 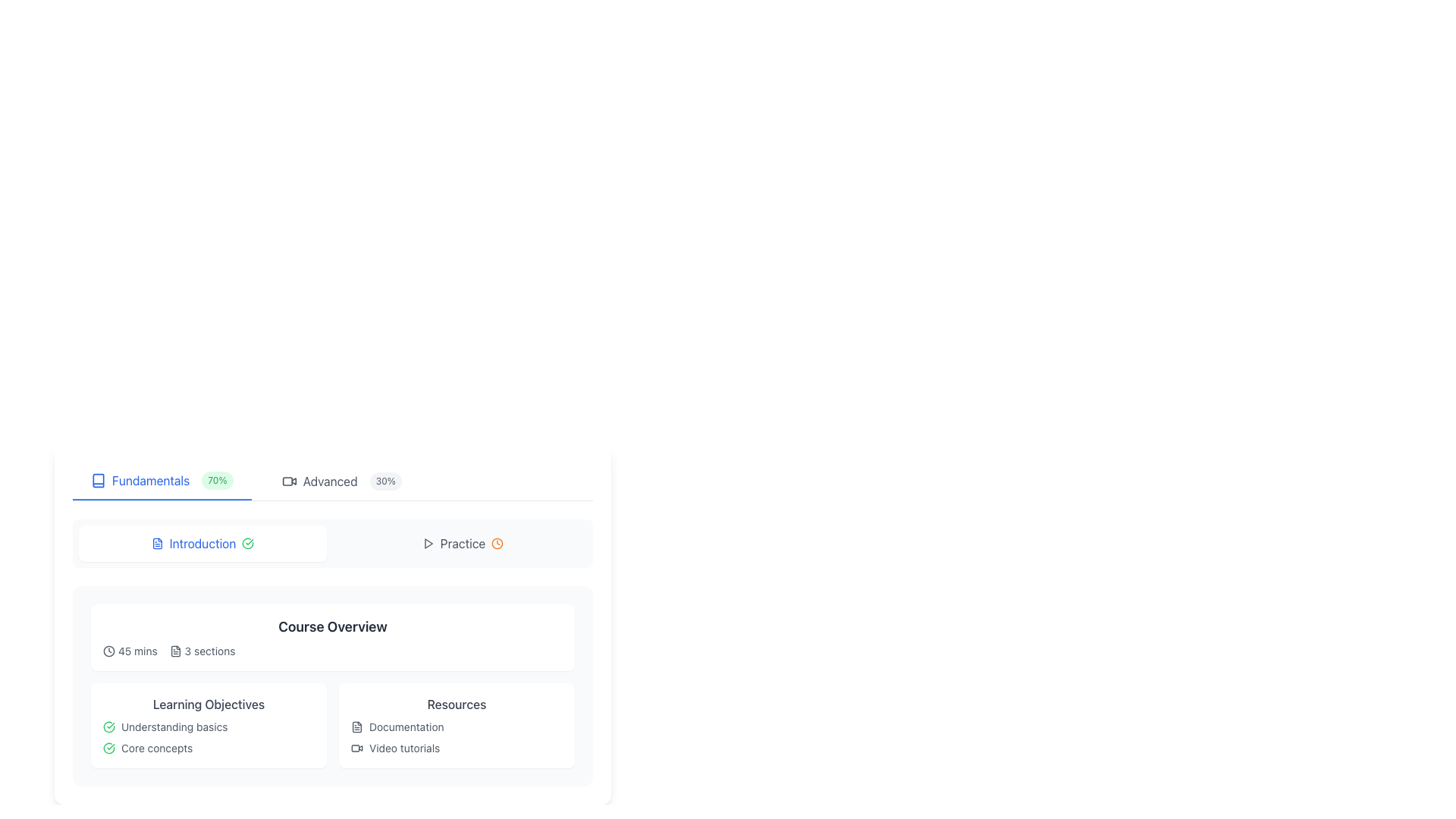 I want to click on the Label that displays 'Understanding basics' in dark gray, positioned as the first item under the 'Learning Objectives' section, so click(x=174, y=726).